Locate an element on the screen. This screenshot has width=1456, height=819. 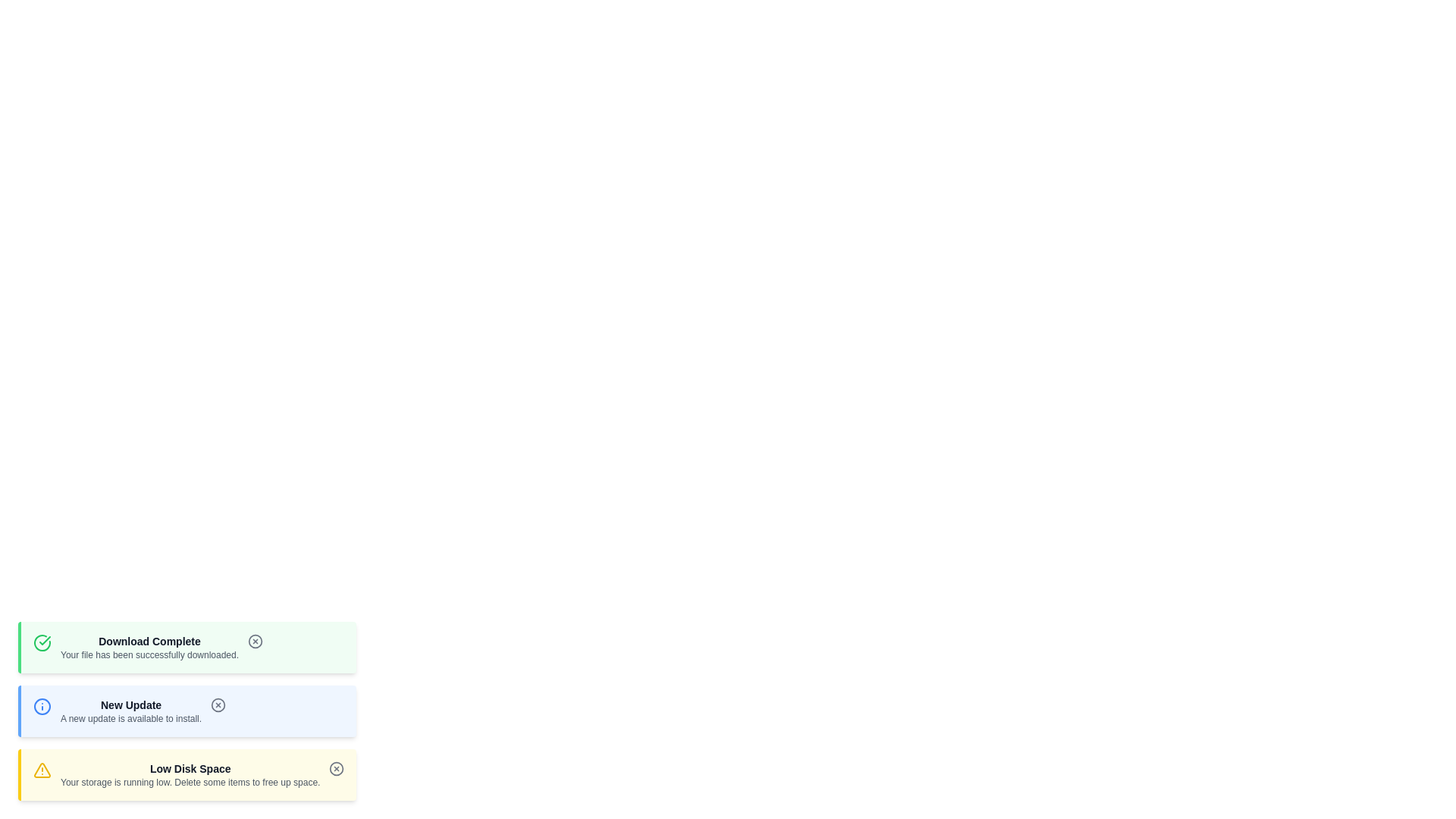
the icon corresponding to the notification type success is located at coordinates (42, 643).